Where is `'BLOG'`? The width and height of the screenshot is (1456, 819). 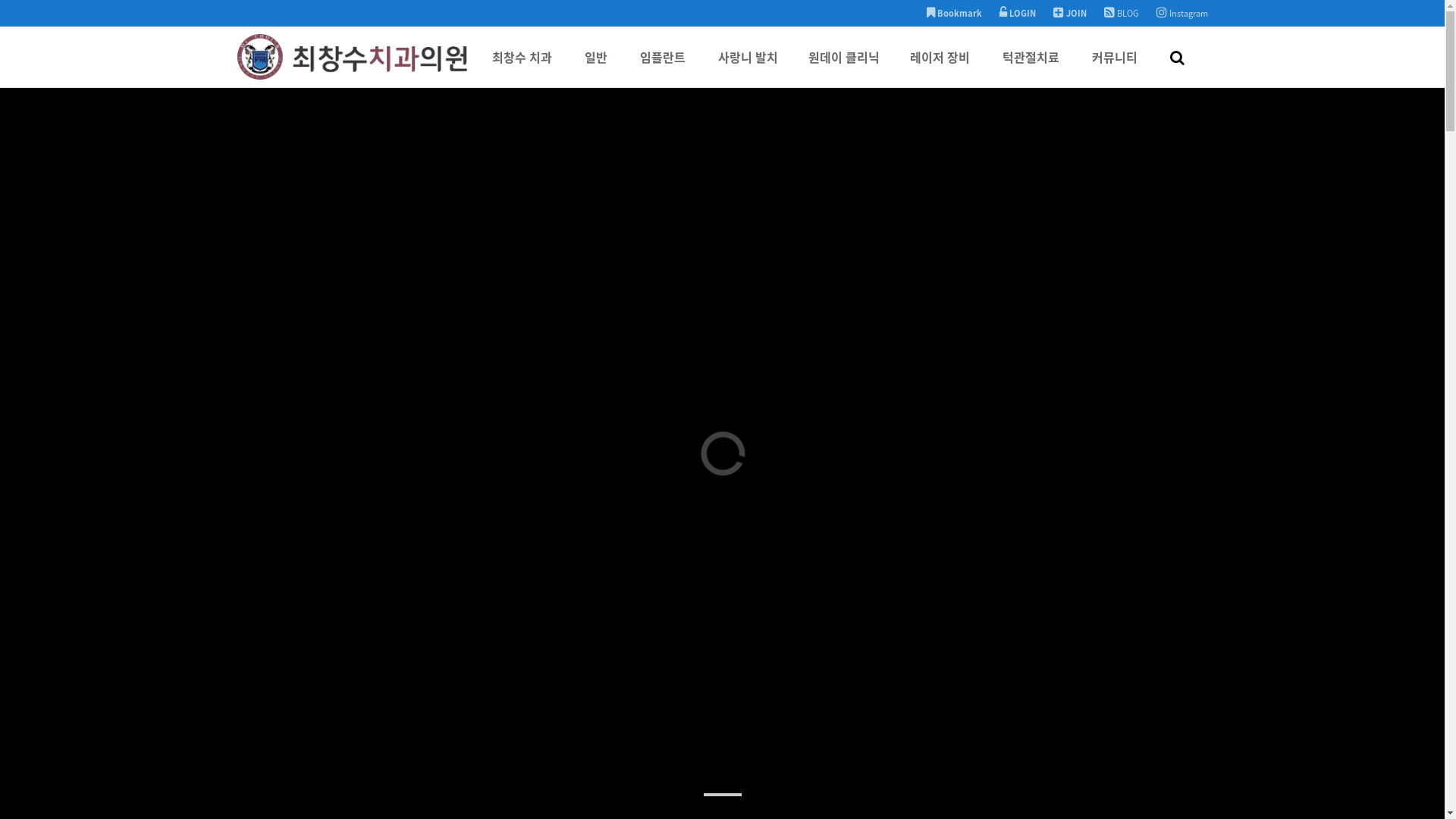
'BLOG' is located at coordinates (1121, 13).